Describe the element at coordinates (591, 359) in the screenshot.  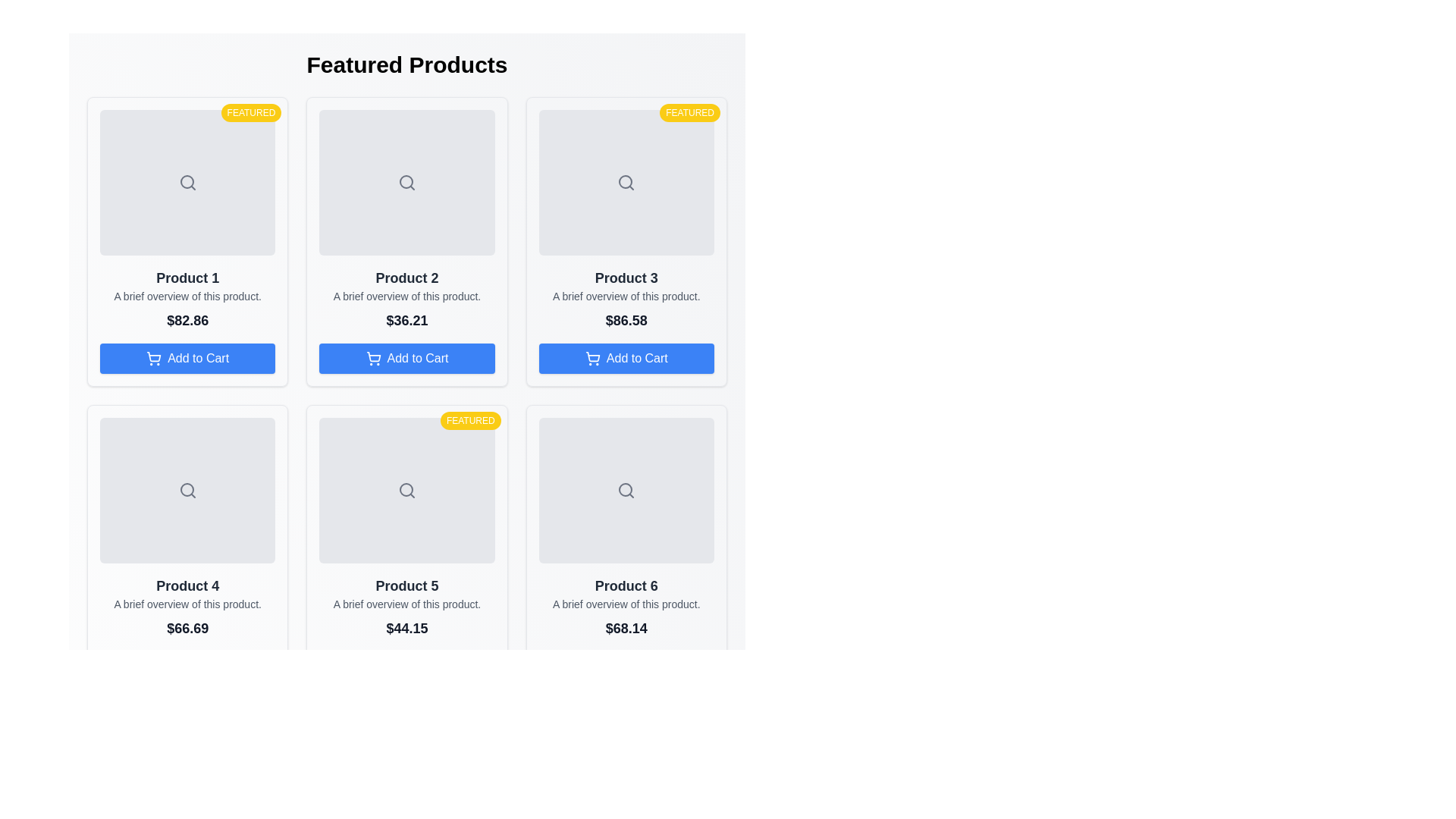
I see `shopping cart icon inside the 'Add to Cart' button for 'Product 3' located in the top-right corner of the grid, second row and third column` at that location.